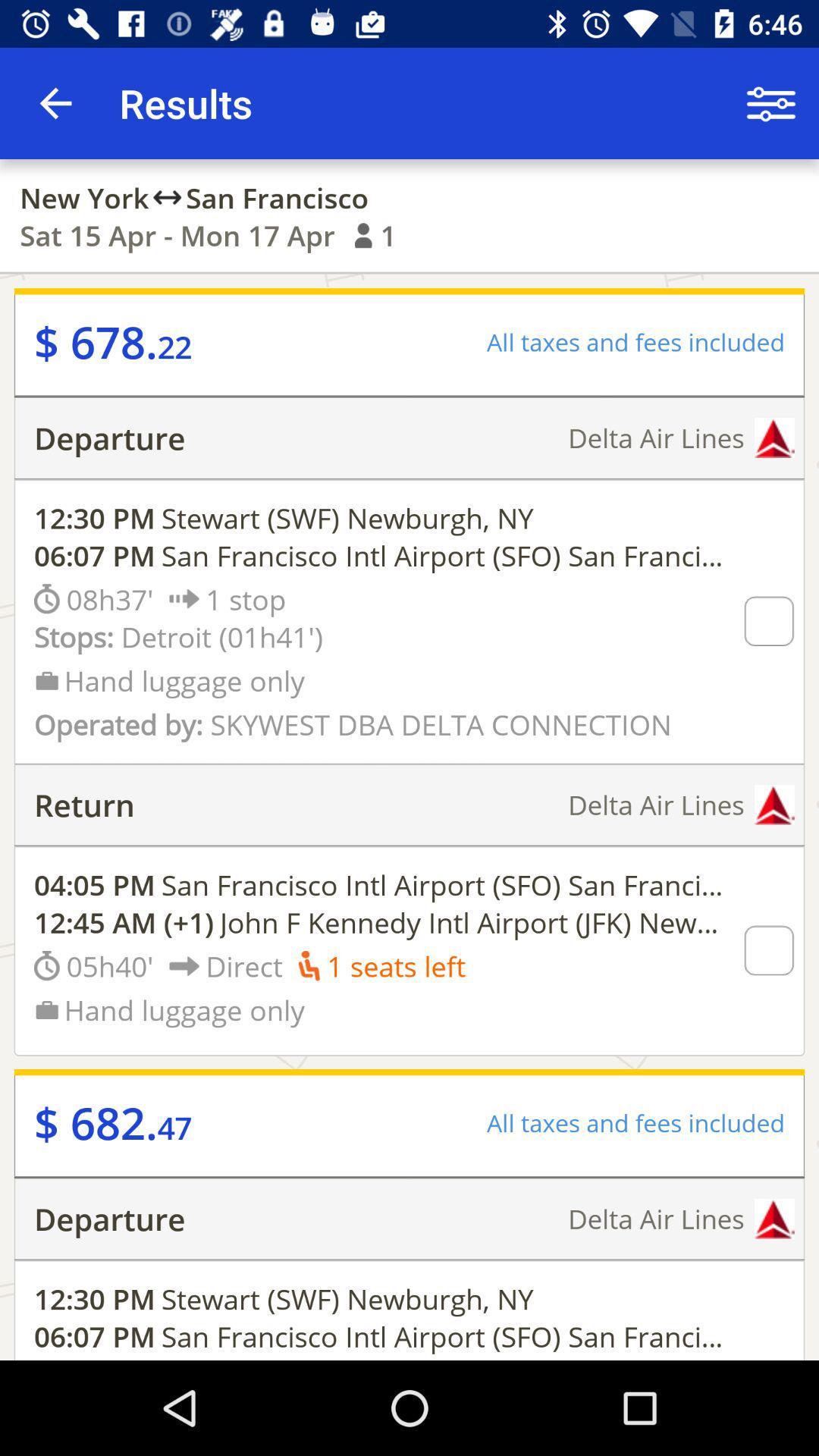  What do you see at coordinates (771, 102) in the screenshot?
I see `the item next to the results` at bounding box center [771, 102].